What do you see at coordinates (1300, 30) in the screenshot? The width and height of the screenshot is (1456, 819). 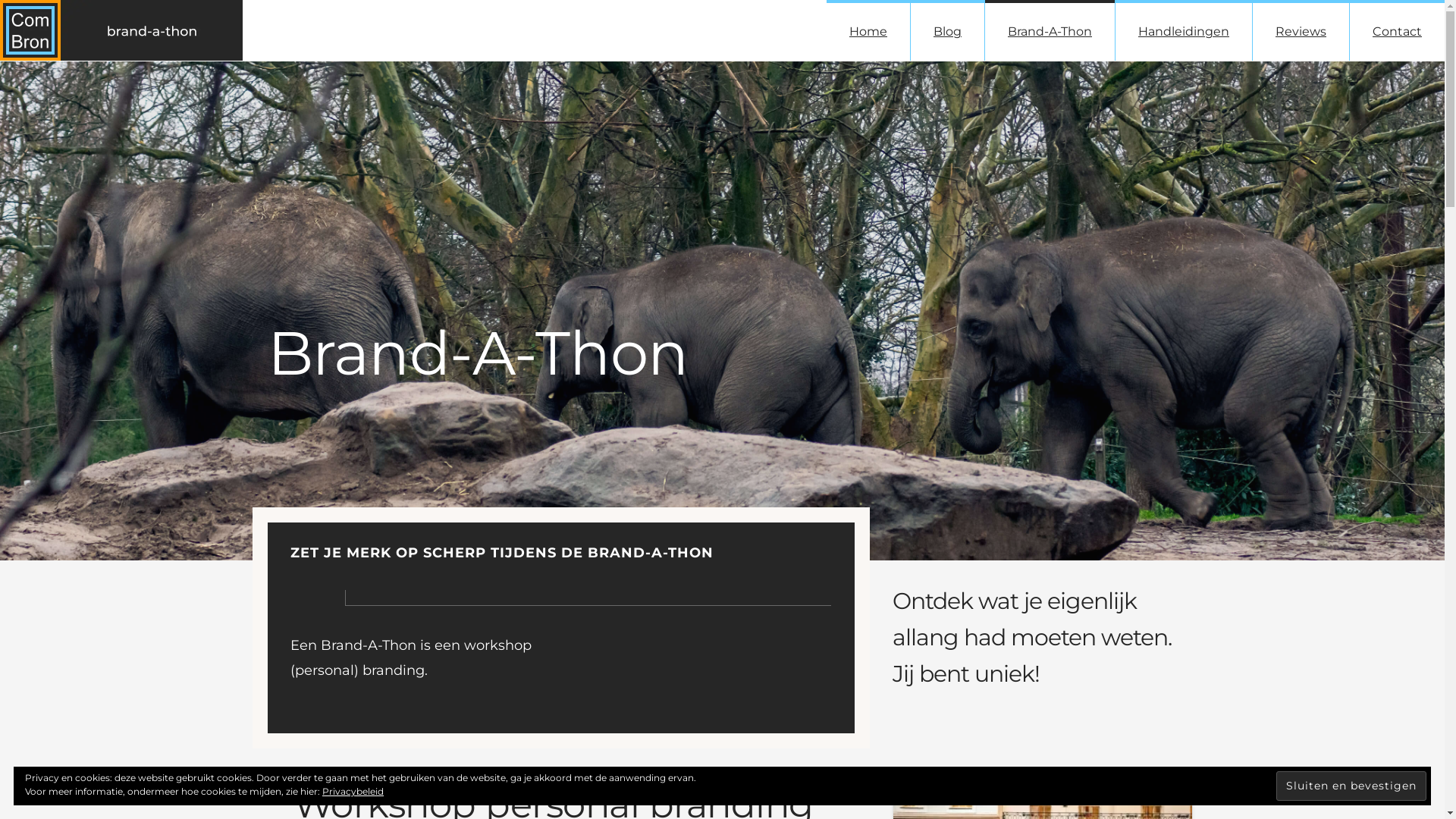 I see `'Reviews'` at bounding box center [1300, 30].